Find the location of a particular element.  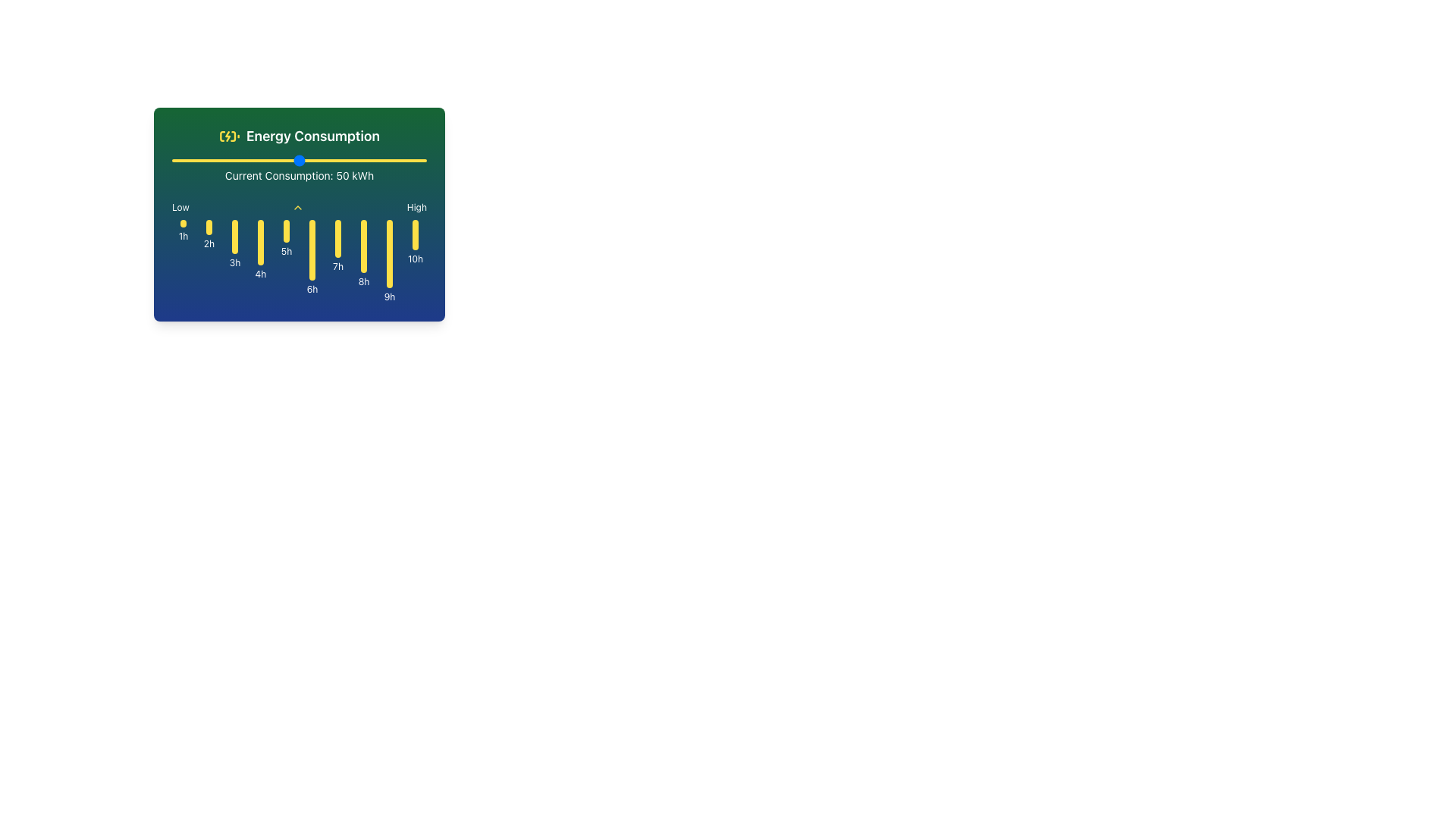

the text label displaying 'Low', which is the first element in a horizontal layout containing 'Low', an upward arrow icon, and 'High' is located at coordinates (180, 207).